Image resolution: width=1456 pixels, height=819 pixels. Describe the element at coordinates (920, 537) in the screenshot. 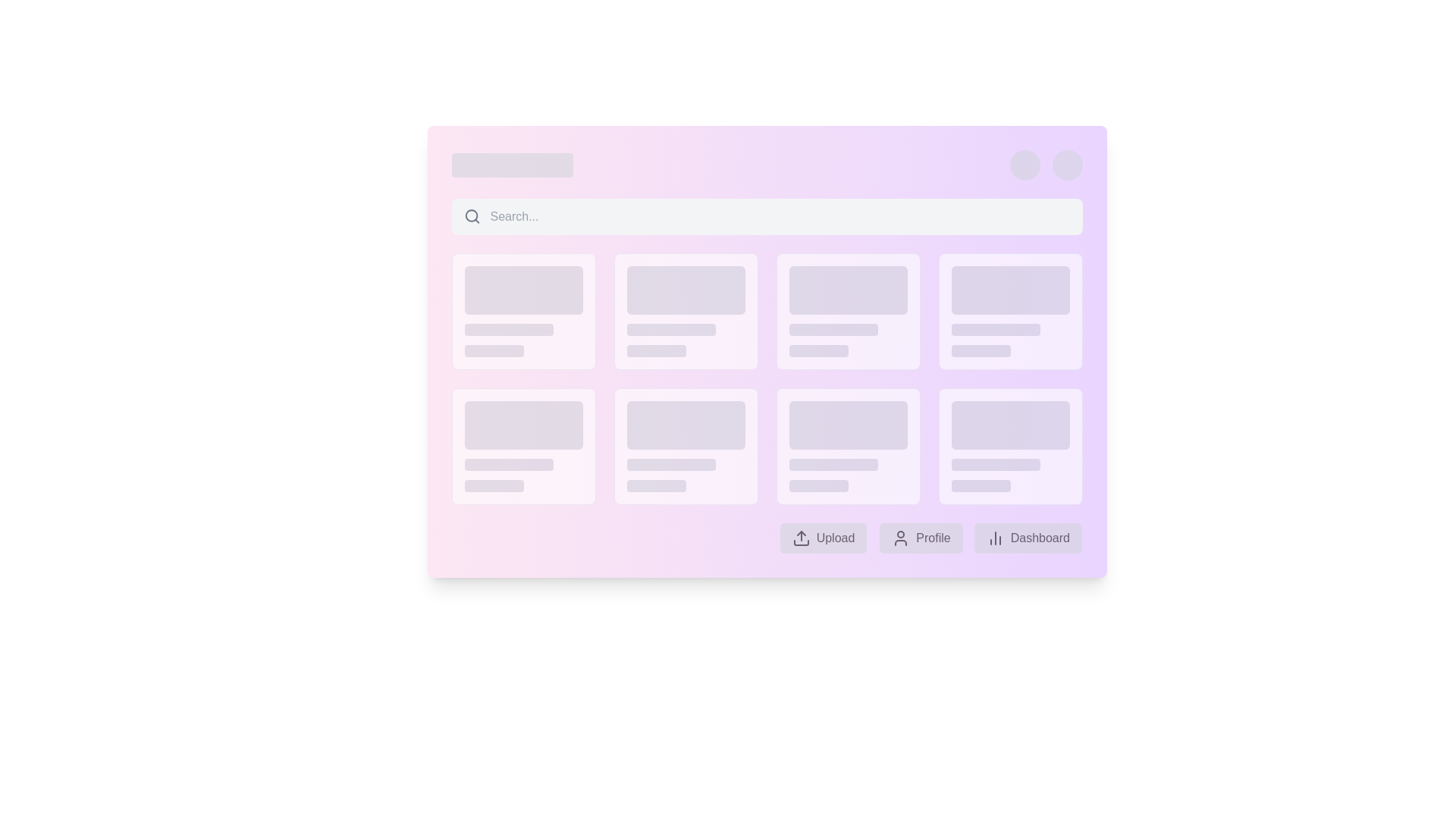

I see `the 'Profile' button, a rectangular button with rounded corners located in the bottom-right corner of the panel` at that location.